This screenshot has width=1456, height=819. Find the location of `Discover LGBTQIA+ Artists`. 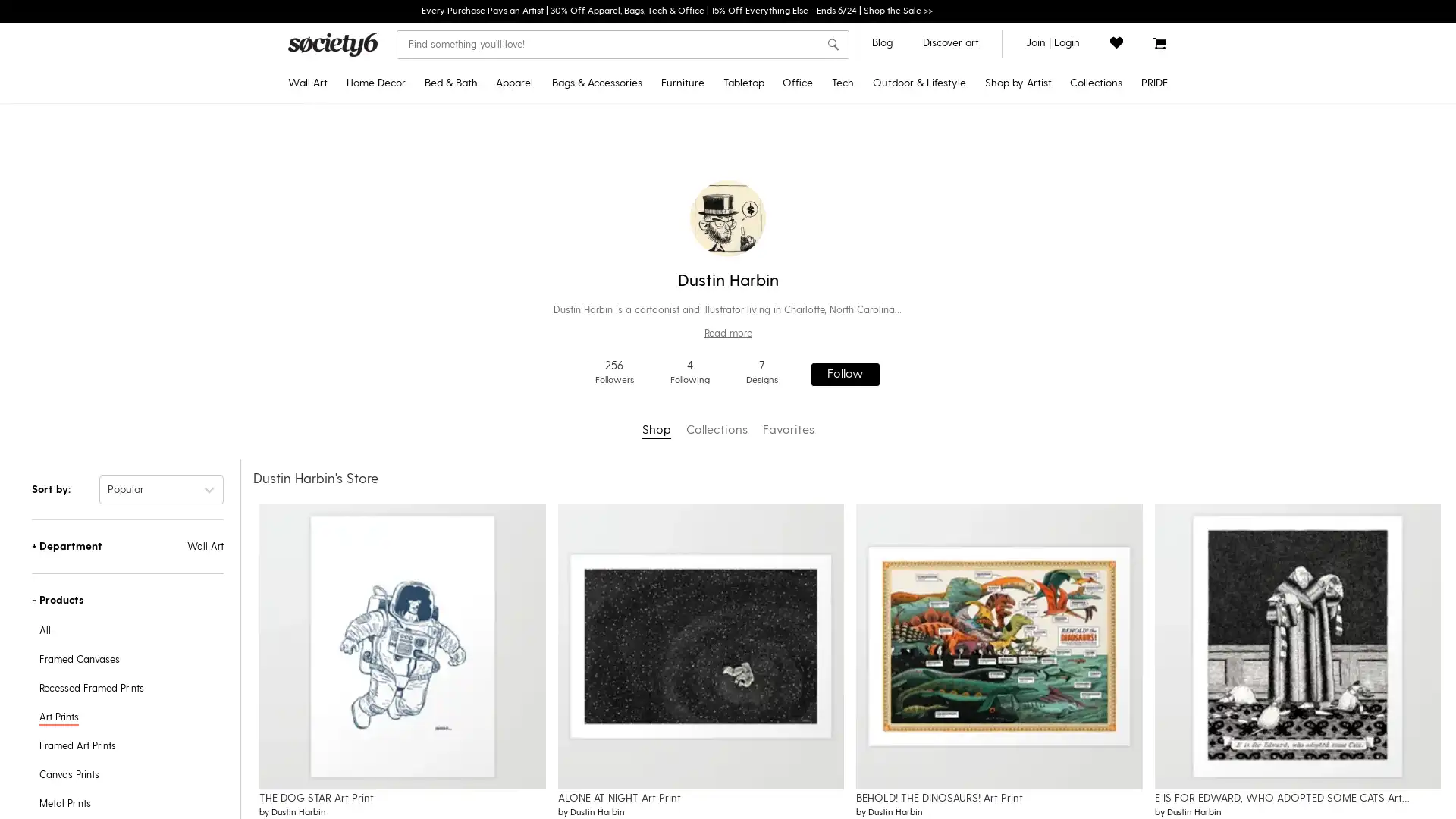

Discover LGBTQIA+ Artists is located at coordinates (977, 243).